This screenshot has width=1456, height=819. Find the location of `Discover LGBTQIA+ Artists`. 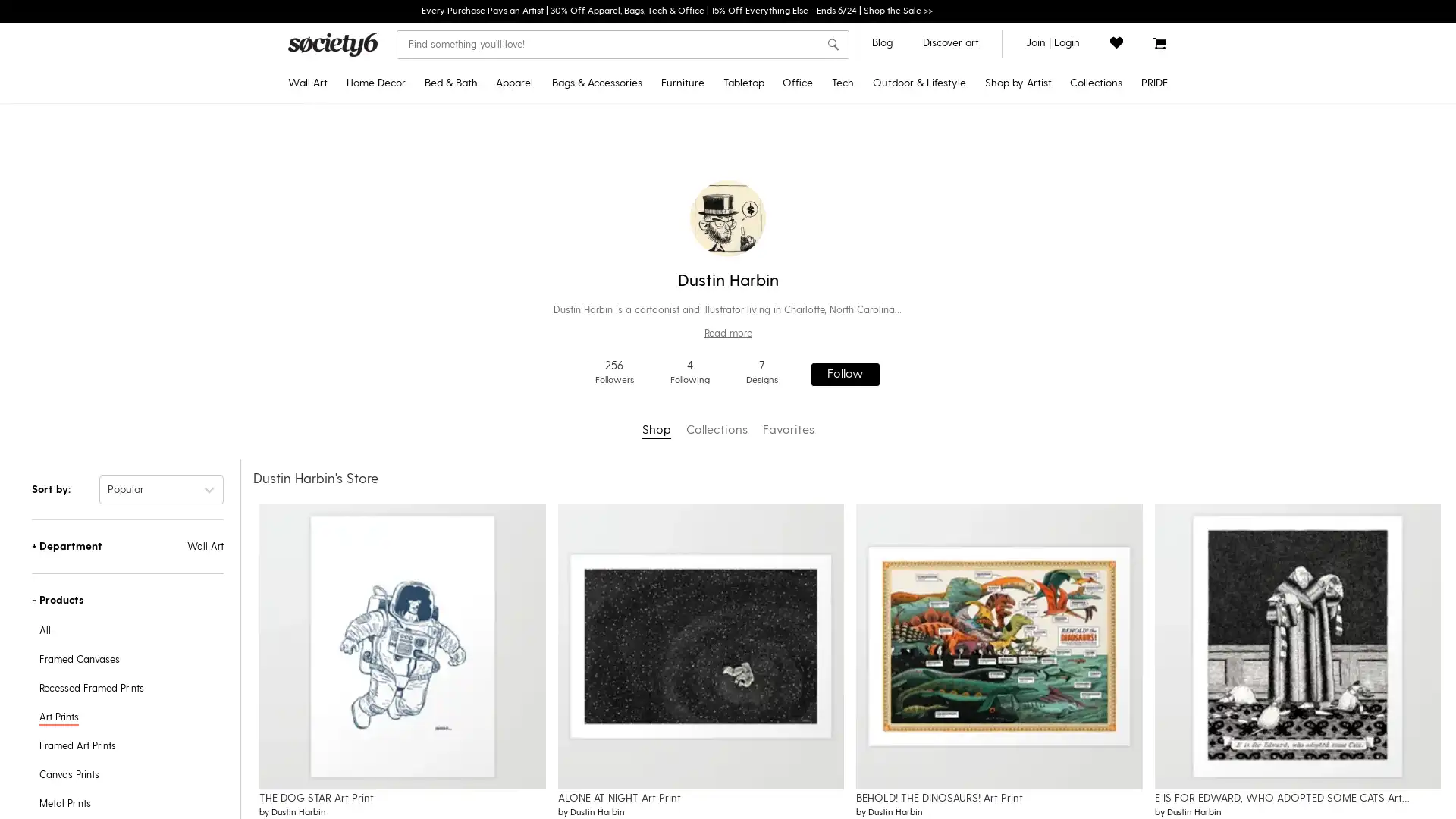

Discover LGBTQIA+ Artists is located at coordinates (977, 243).